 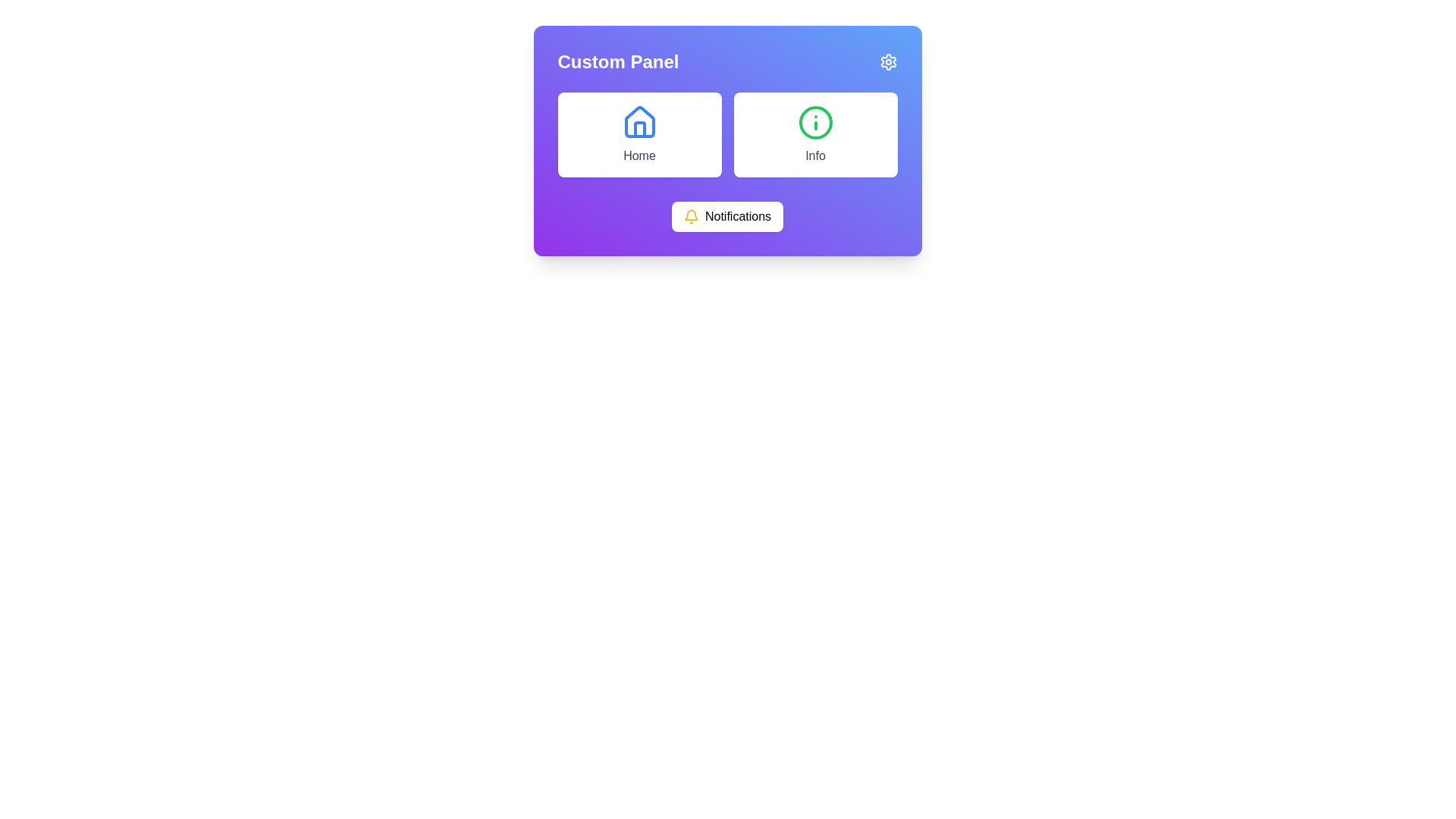 I want to click on the house icon segment that visually represents the 'Home' button, located in the top-left section of the panel, so click(x=639, y=128).